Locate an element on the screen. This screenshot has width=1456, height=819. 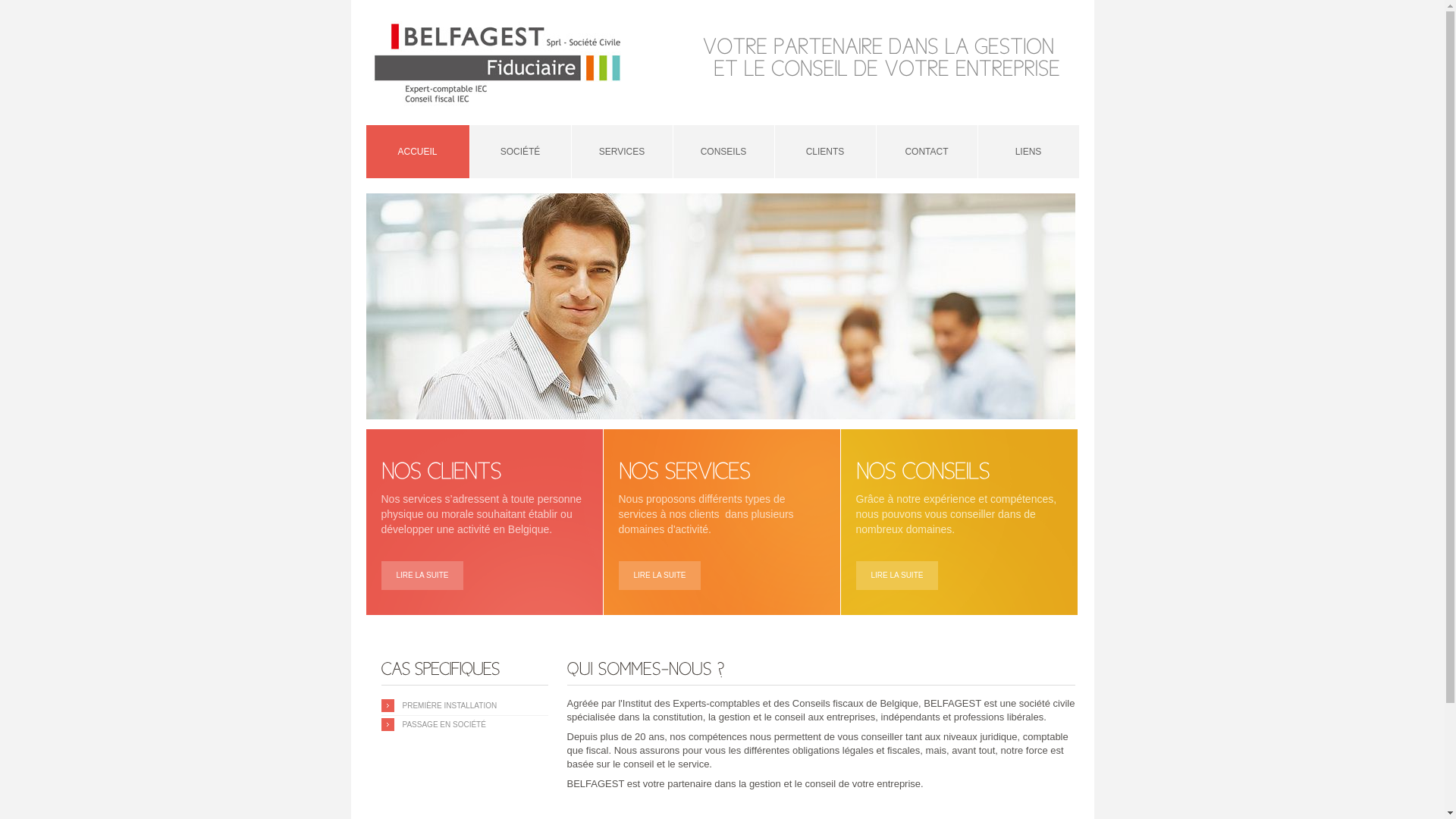
'SERVICES' is located at coordinates (570, 152).